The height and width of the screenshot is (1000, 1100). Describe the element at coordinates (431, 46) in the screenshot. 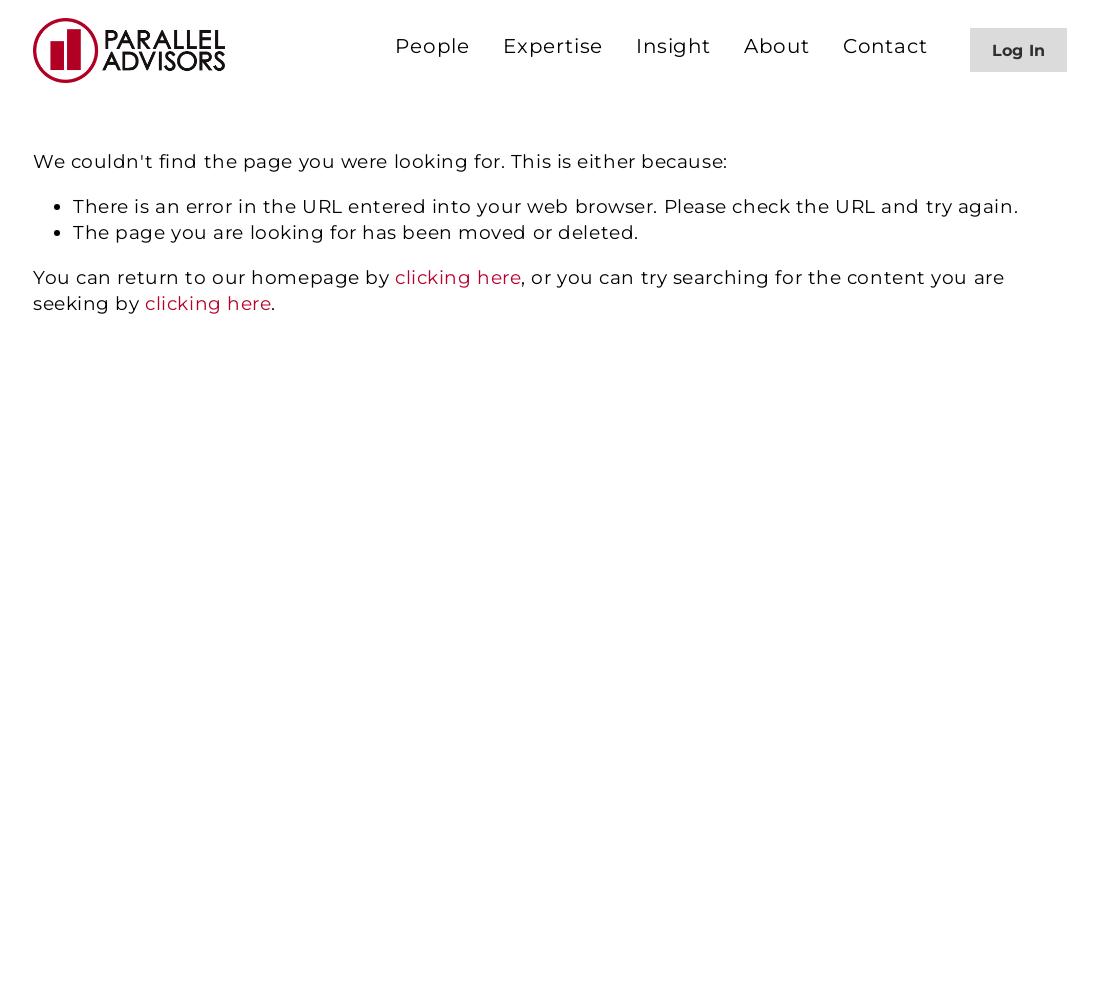

I see `'People'` at that location.